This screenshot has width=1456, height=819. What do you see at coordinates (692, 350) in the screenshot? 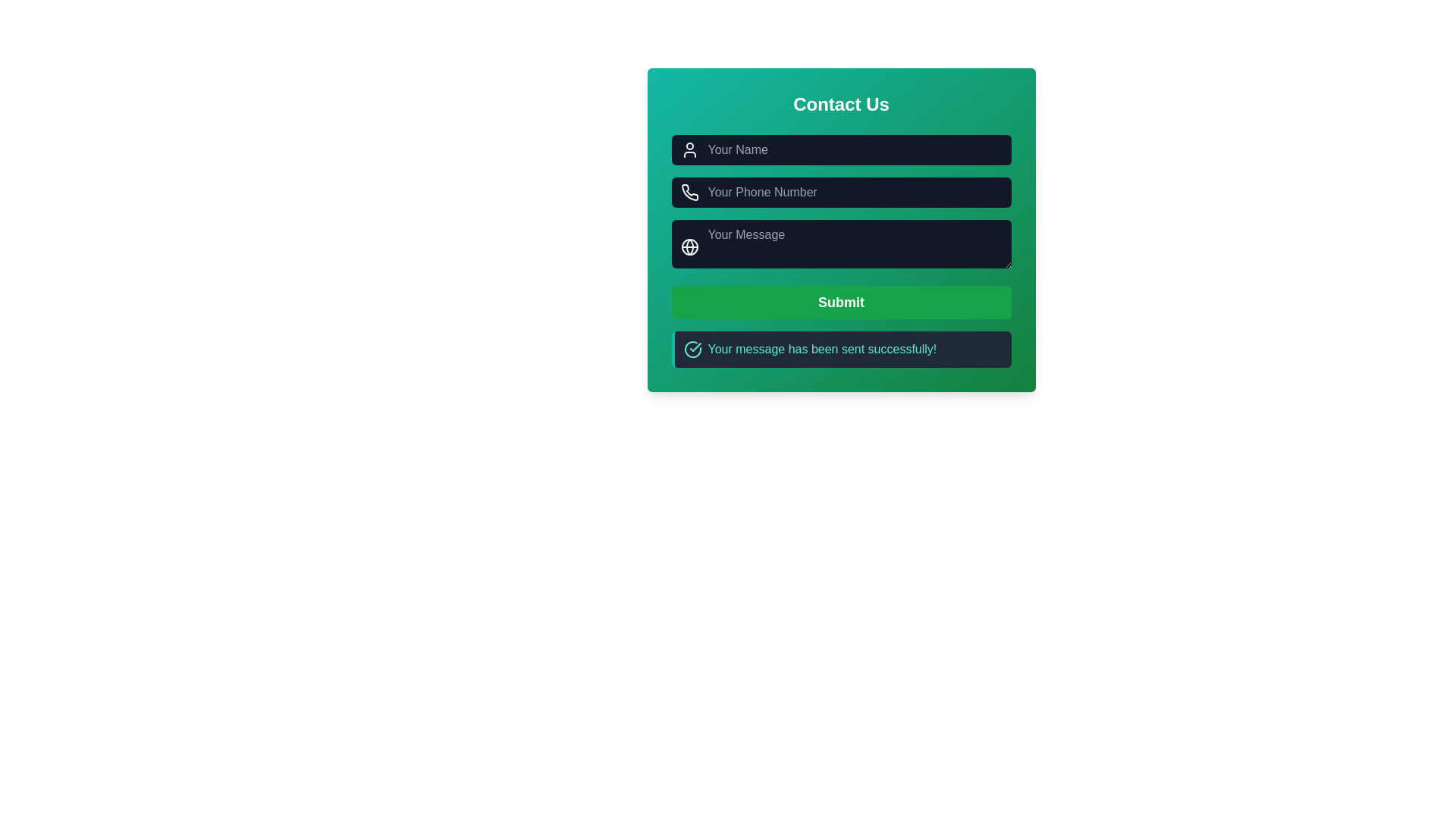
I see `the visual state of the success message icon, which is located on the left side of the notification box indicating that the message has been sent successfully` at bounding box center [692, 350].